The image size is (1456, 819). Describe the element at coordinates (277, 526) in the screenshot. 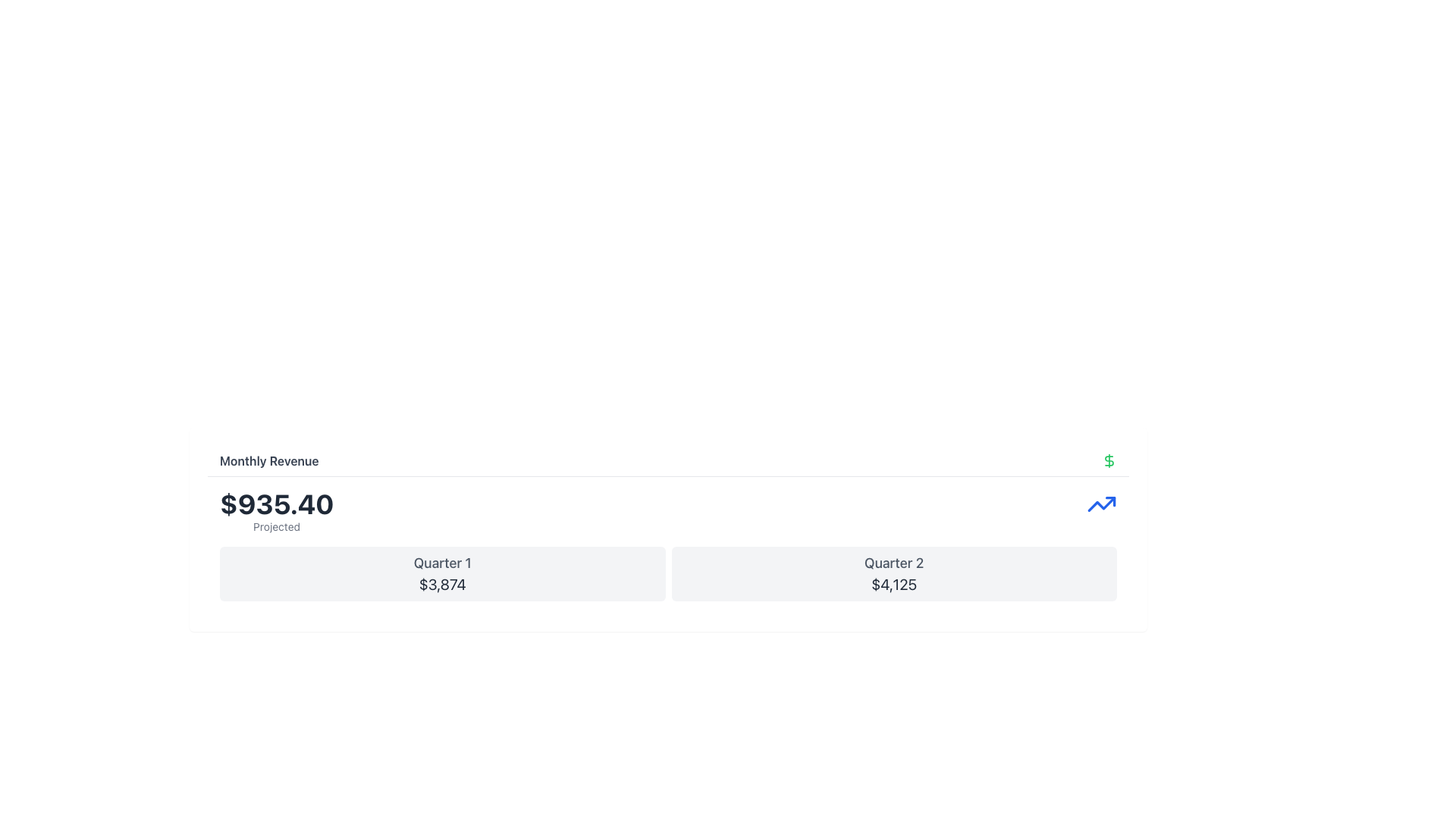

I see `the Text Label that provides contextual information for the projected value, located below the text '$935.40' and centrally aligned horizontally` at that location.